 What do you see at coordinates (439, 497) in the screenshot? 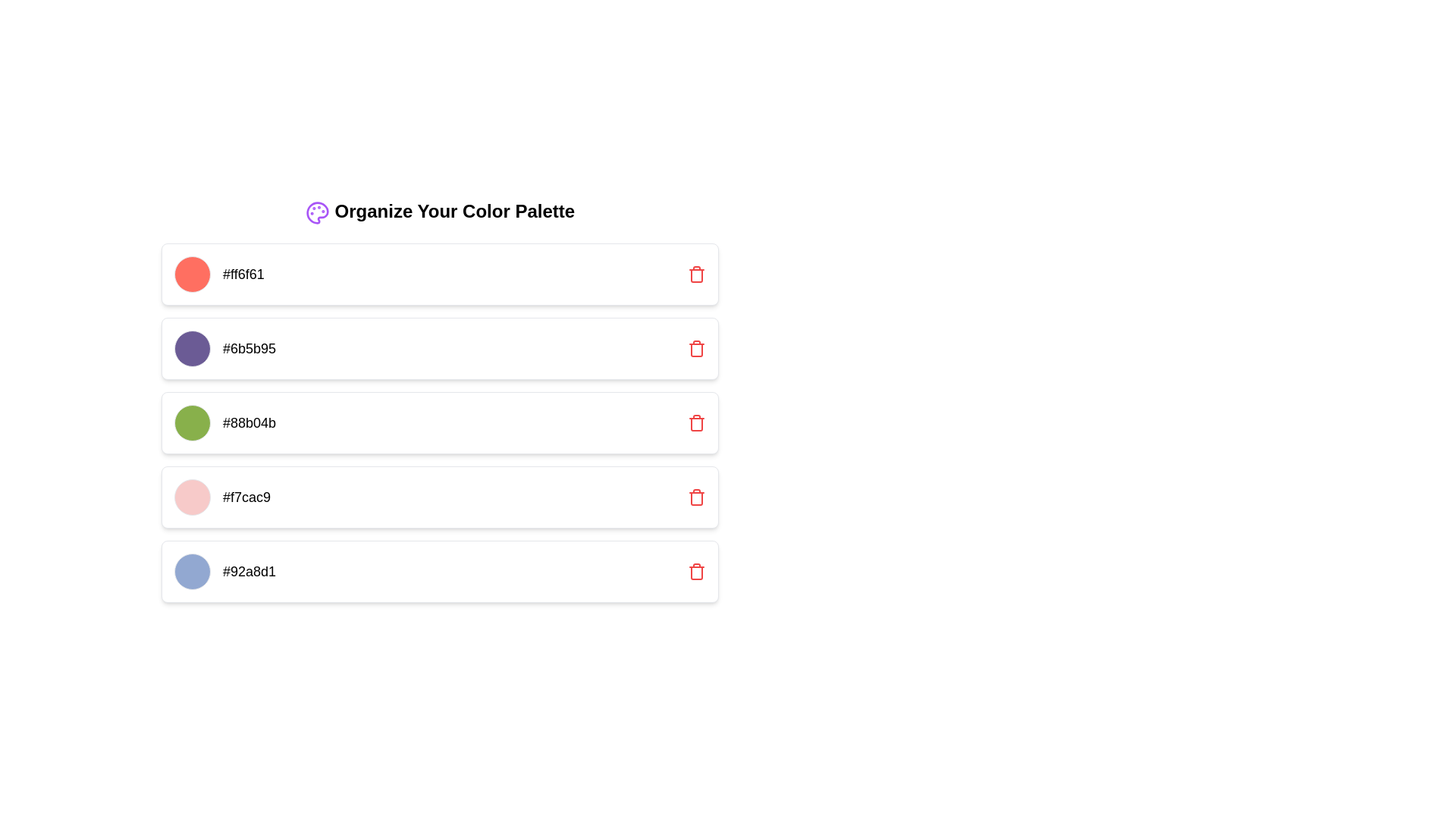
I see `the fourth color selection card, which contains a color display section, a text label, and a delete icon` at bounding box center [439, 497].